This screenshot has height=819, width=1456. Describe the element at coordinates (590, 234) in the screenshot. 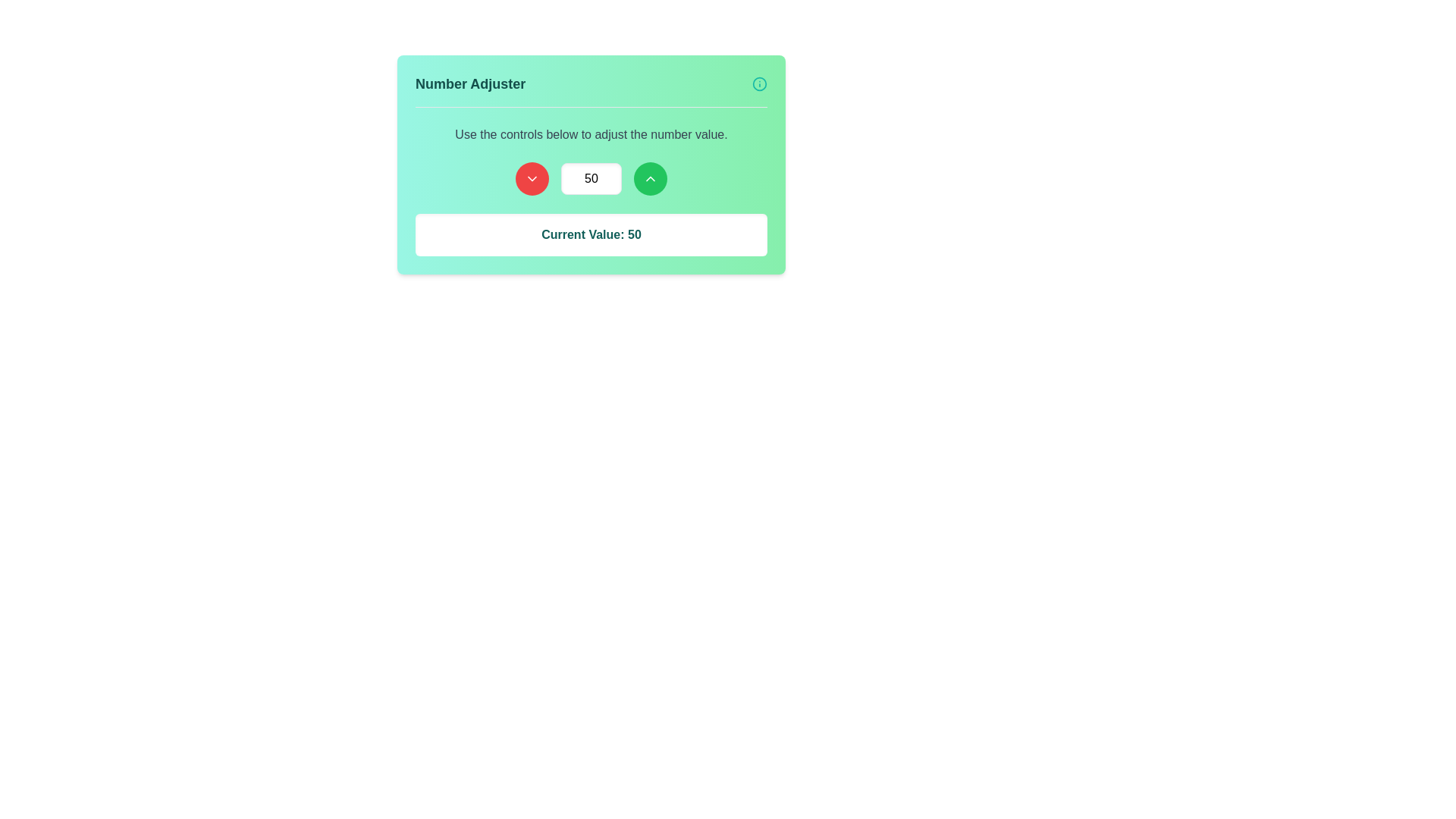

I see `the text label displaying 'Current Value: 50' in a bold teal font, which is located within a small white panel at the bottom of the green card` at that location.